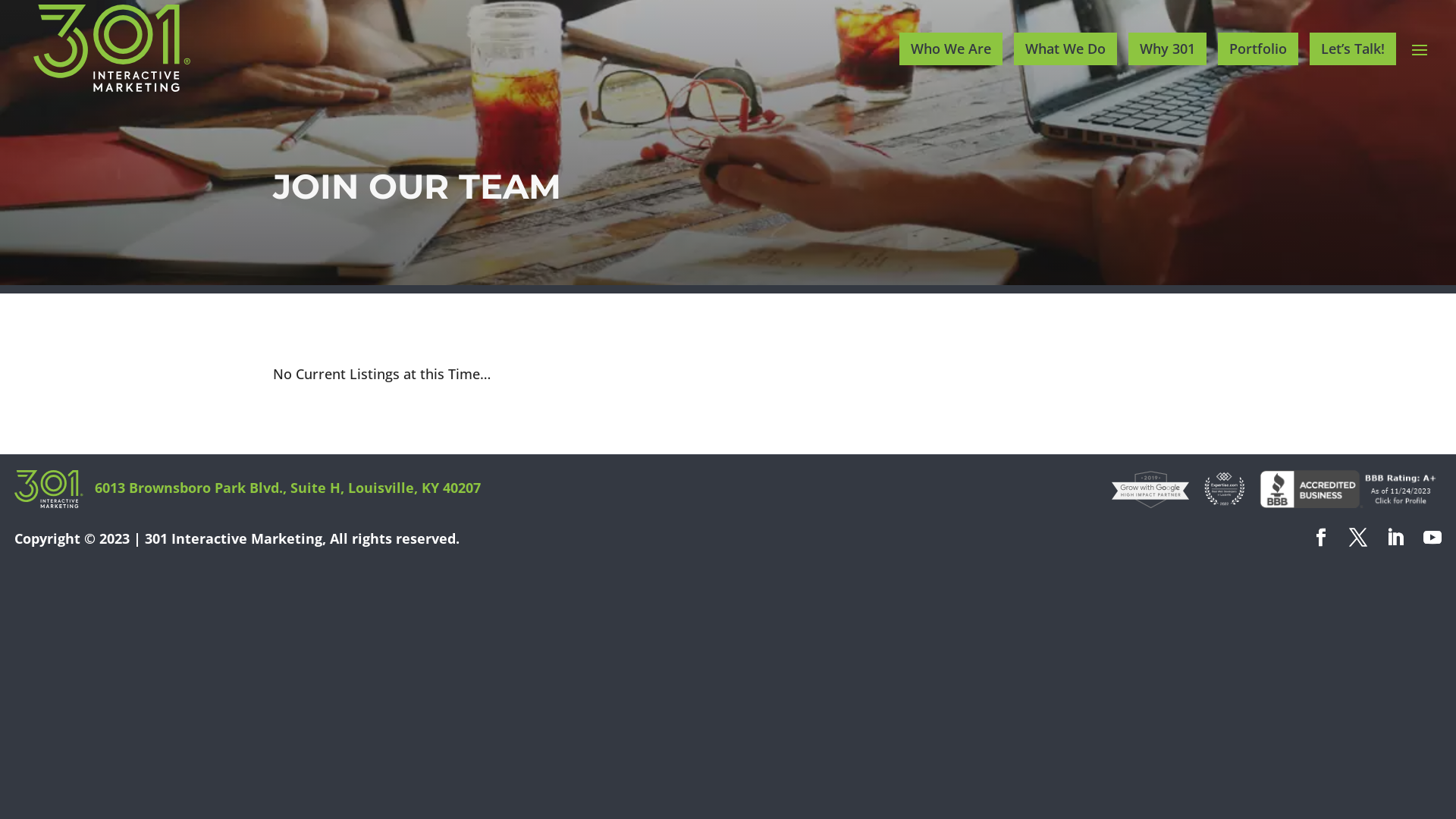  What do you see at coordinates (287, 488) in the screenshot?
I see `'6013 Brownsboro Park Blvd., Suite H, Louisville, KY 40207'` at bounding box center [287, 488].